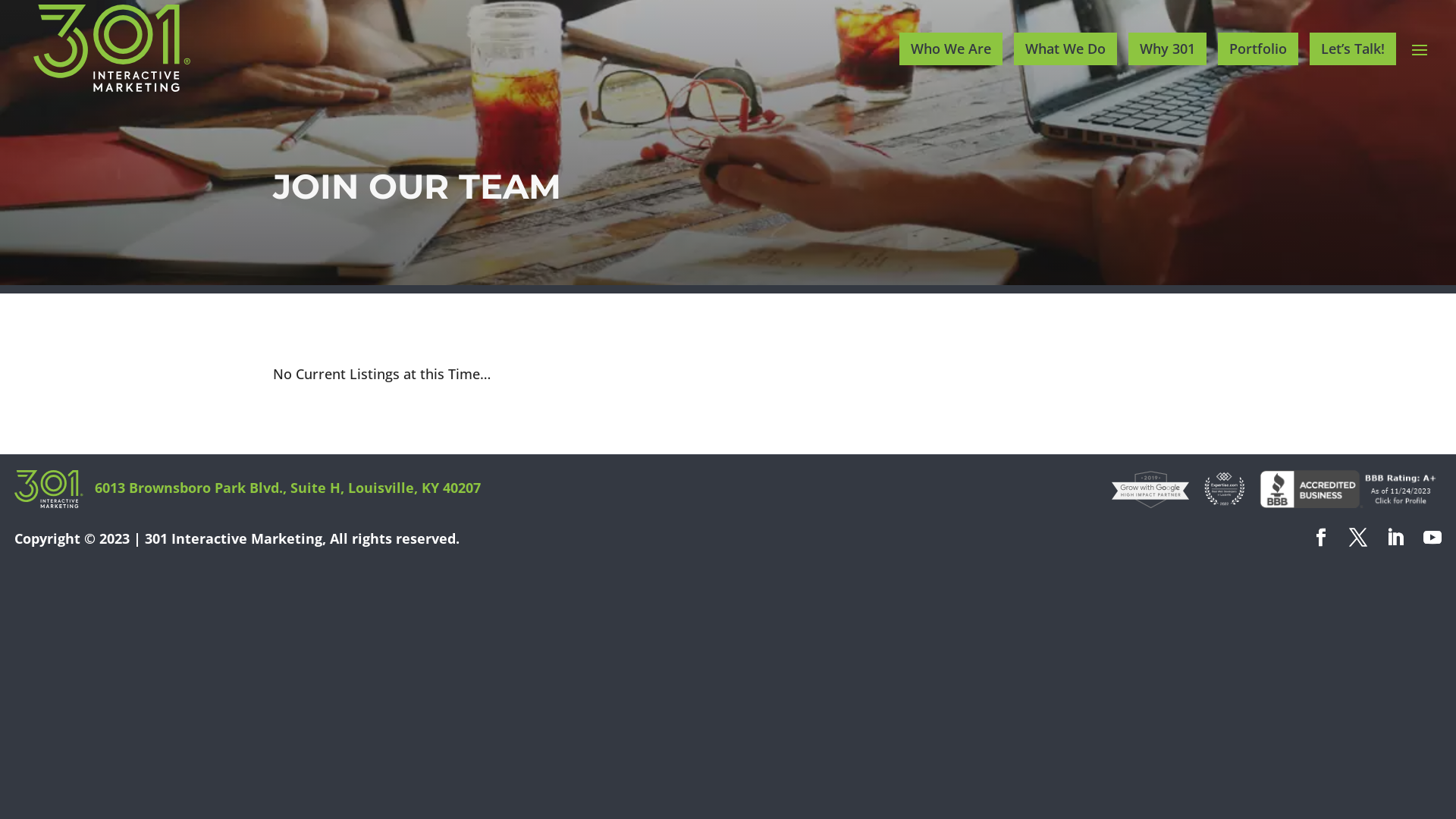  What do you see at coordinates (287, 488) in the screenshot?
I see `'6013 Brownsboro Park Blvd., Suite H, Louisville, KY 40207'` at bounding box center [287, 488].